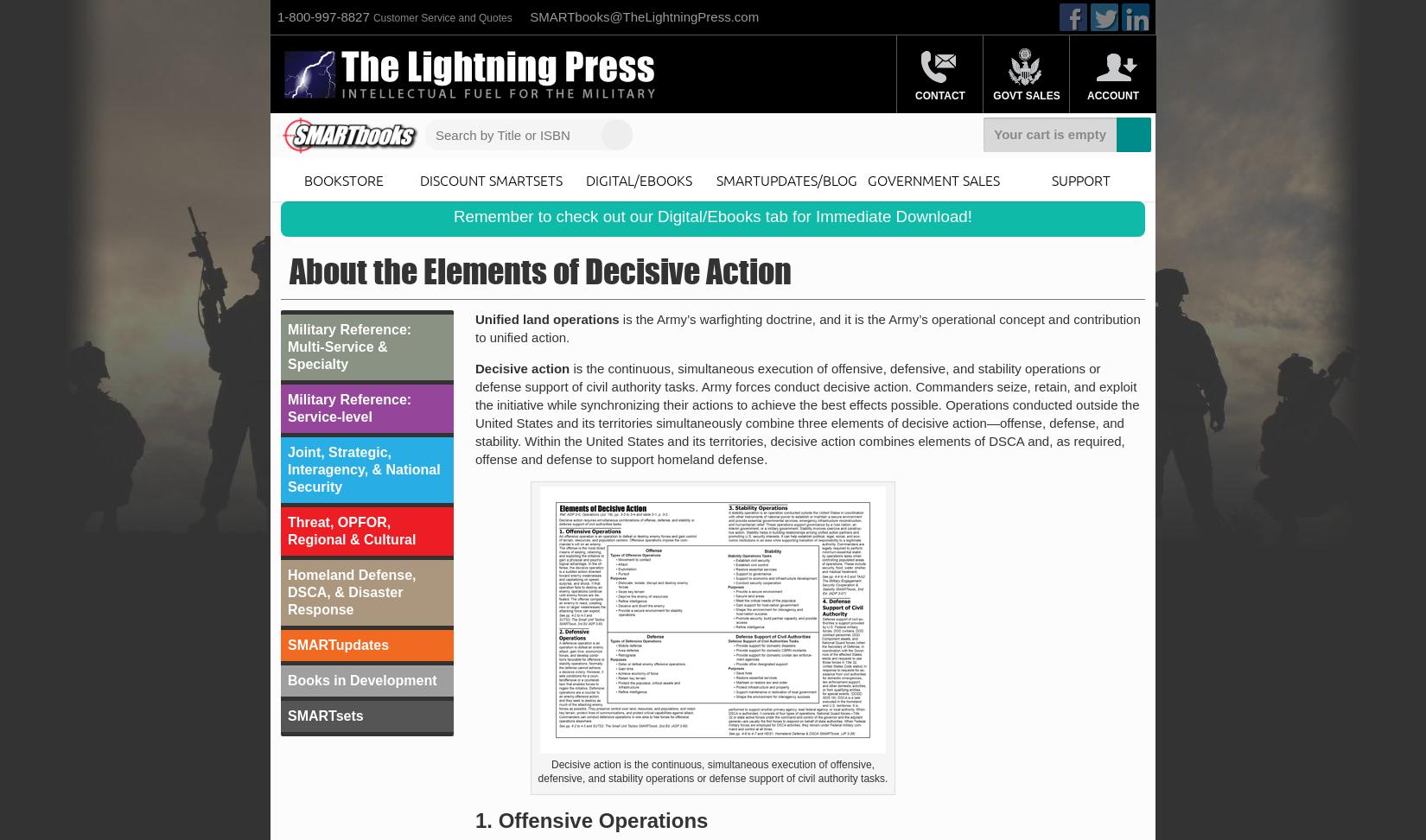 This screenshot has height=840, width=1426. What do you see at coordinates (807, 413) in the screenshot?
I see `'is the continuous, simultaneous execution of offensive, defensive, and stability operations or defense support of civil authority tasks. Army forces conduct decisive action. Commanders seize, retain, and exploit the initiative while synchronizing their actions to achieve the best effects possible. Operations conducted outside the United States and its territories simultaneously combine three elements of decisive action—offense, defense, and stability. Within the United States and its territories, decisive action combines elements of DSCA and, as required, offense and defense to support homeland defense.'` at bounding box center [807, 413].